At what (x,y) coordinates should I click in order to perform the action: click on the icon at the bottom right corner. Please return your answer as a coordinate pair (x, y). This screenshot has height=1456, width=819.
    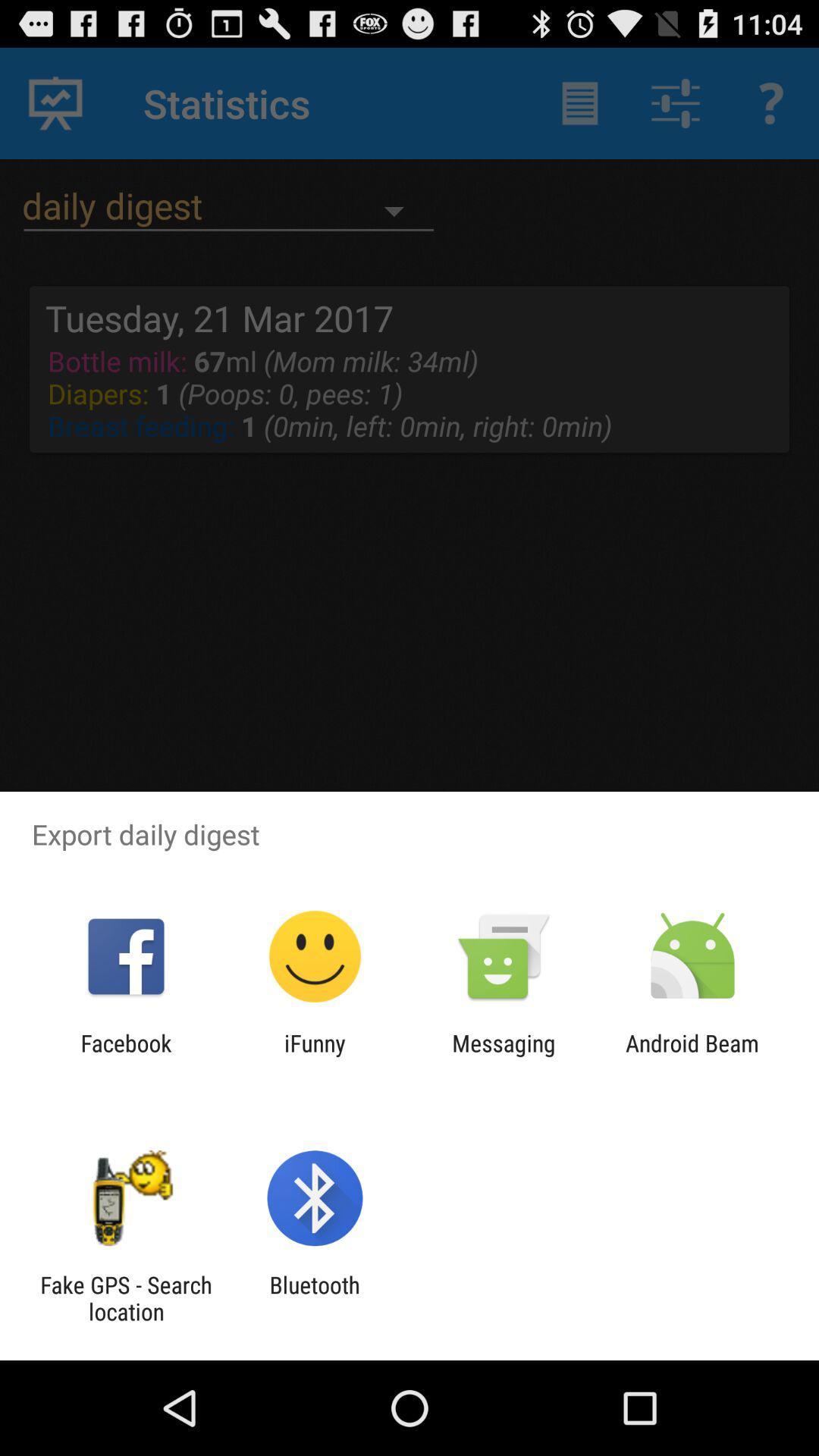
    Looking at the image, I should click on (692, 1056).